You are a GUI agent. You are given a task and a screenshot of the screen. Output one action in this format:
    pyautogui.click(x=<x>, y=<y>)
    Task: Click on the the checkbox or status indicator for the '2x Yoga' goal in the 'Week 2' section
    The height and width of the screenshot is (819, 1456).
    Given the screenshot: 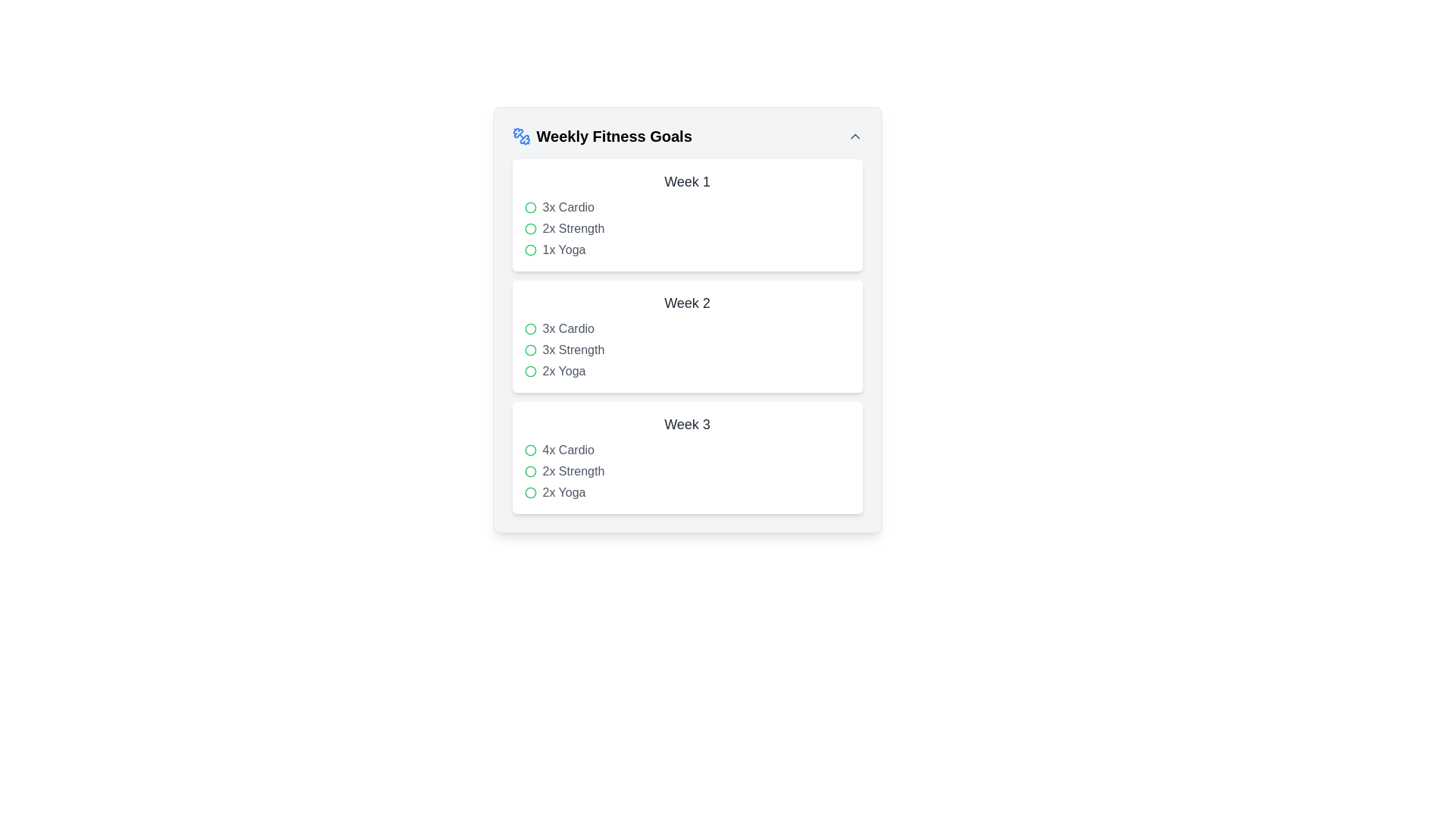 What is the action you would take?
    pyautogui.click(x=530, y=371)
    